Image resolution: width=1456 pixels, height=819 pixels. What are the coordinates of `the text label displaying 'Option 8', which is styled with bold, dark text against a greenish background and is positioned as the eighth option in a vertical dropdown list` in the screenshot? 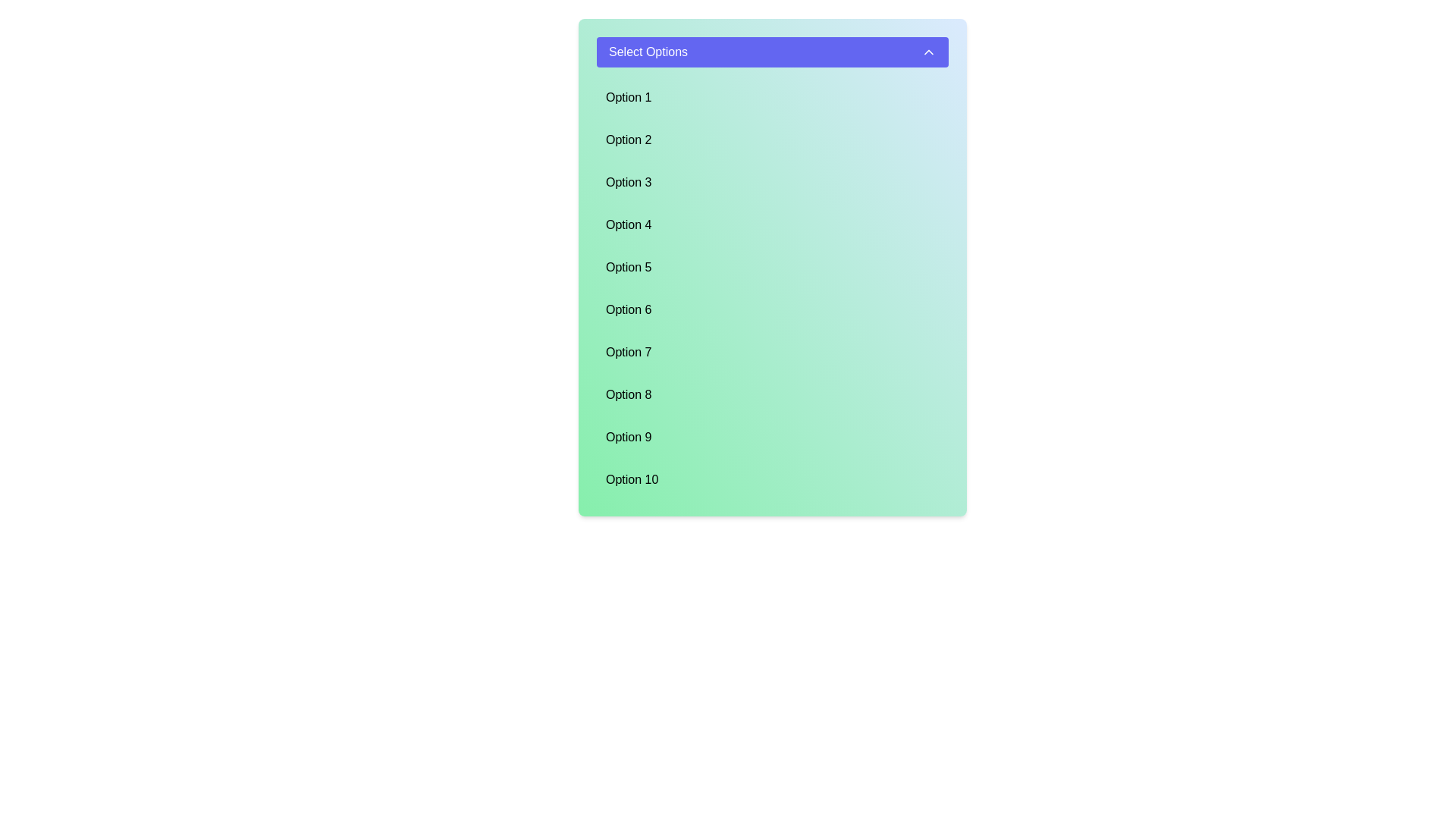 It's located at (629, 394).